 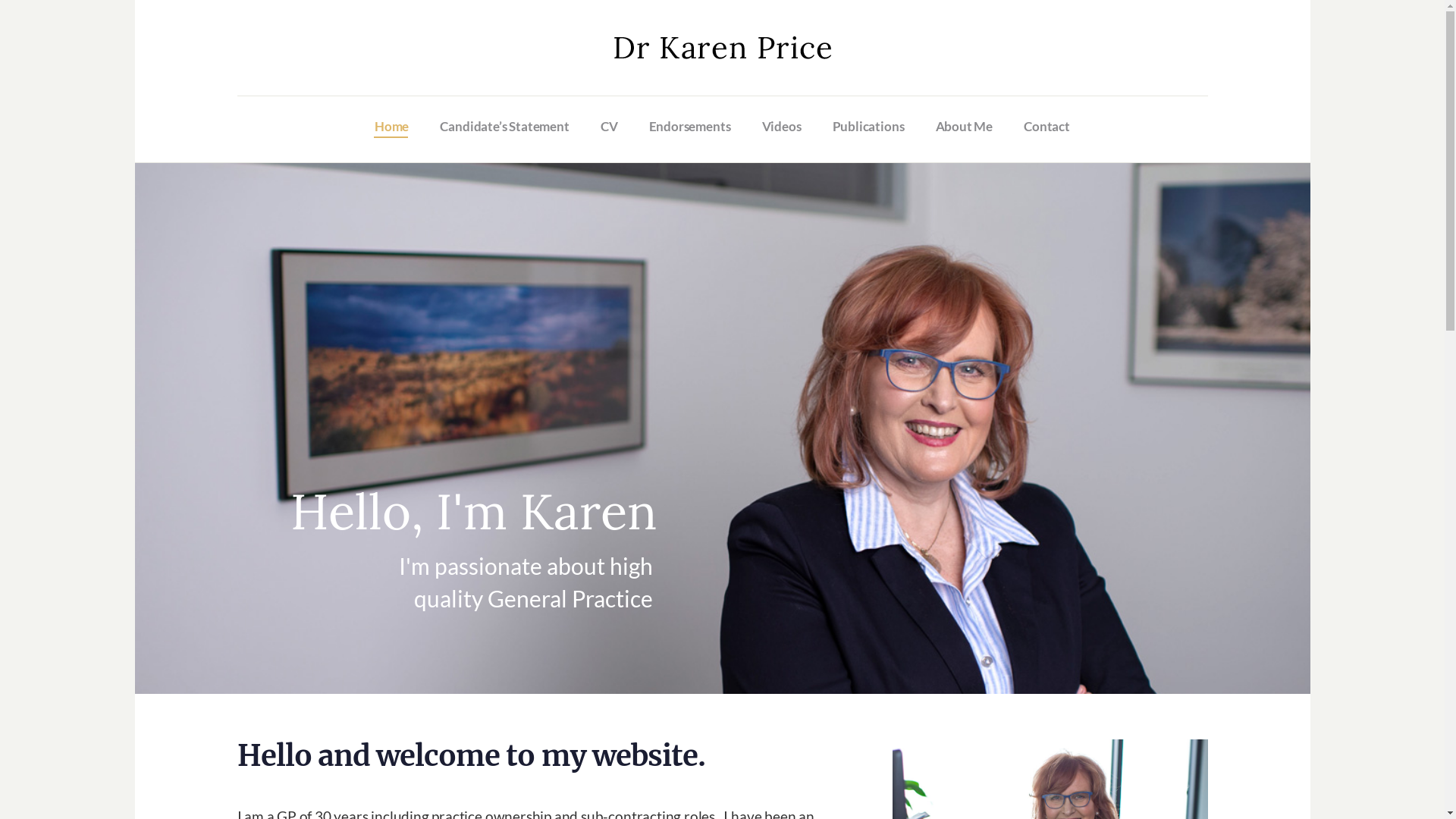 What do you see at coordinates (868, 125) in the screenshot?
I see `'Publications'` at bounding box center [868, 125].